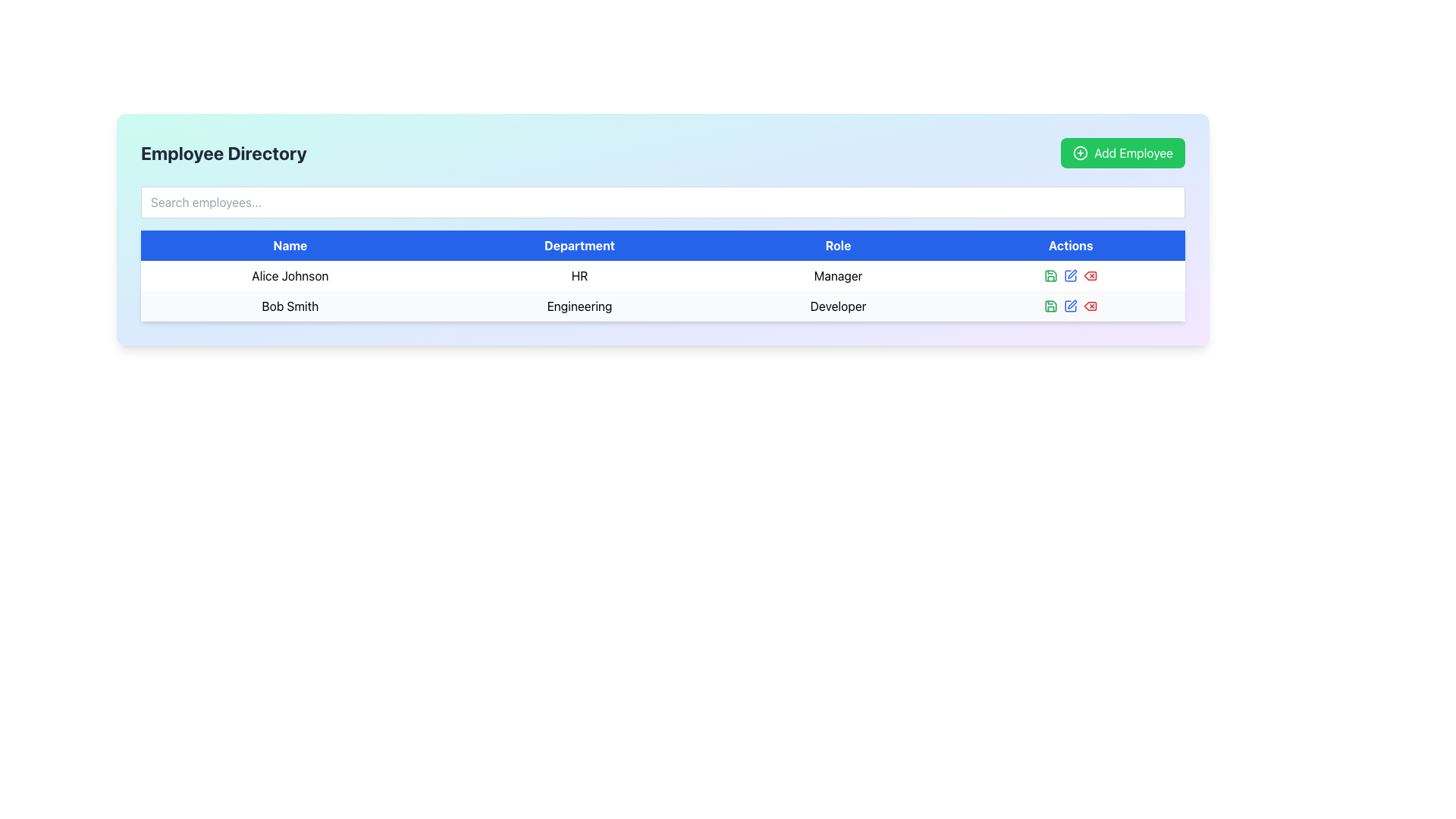  What do you see at coordinates (1050, 306) in the screenshot?
I see `the save icon with a green background located in the 'Actions' column of the table row for the employee 'Alice Johnson'` at bounding box center [1050, 306].